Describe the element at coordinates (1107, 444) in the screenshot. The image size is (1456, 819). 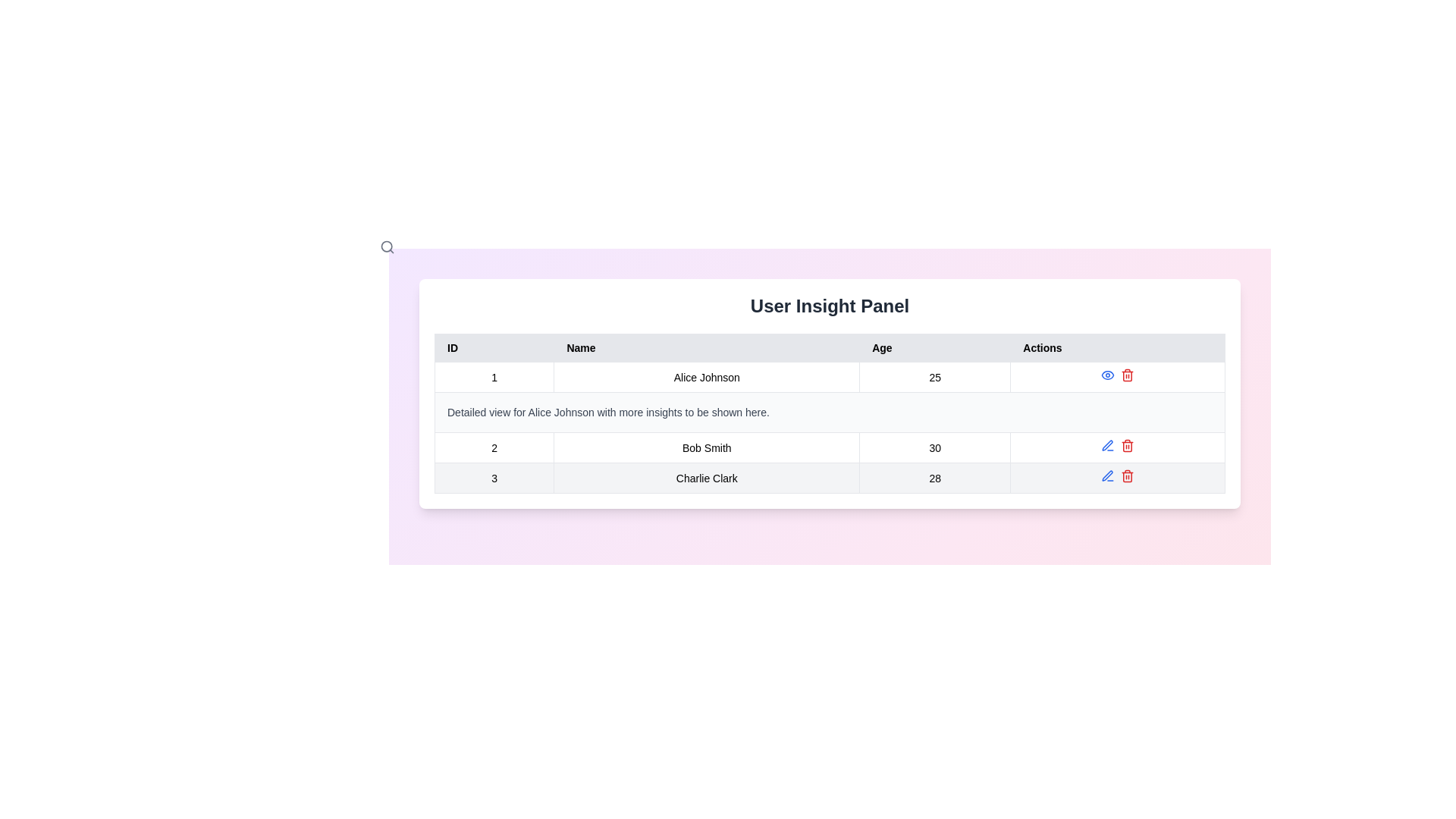
I see `the Icon button in the 'Actions' column for the entry of 'Charlie Clark', which is intended to trigger an edit action` at that location.